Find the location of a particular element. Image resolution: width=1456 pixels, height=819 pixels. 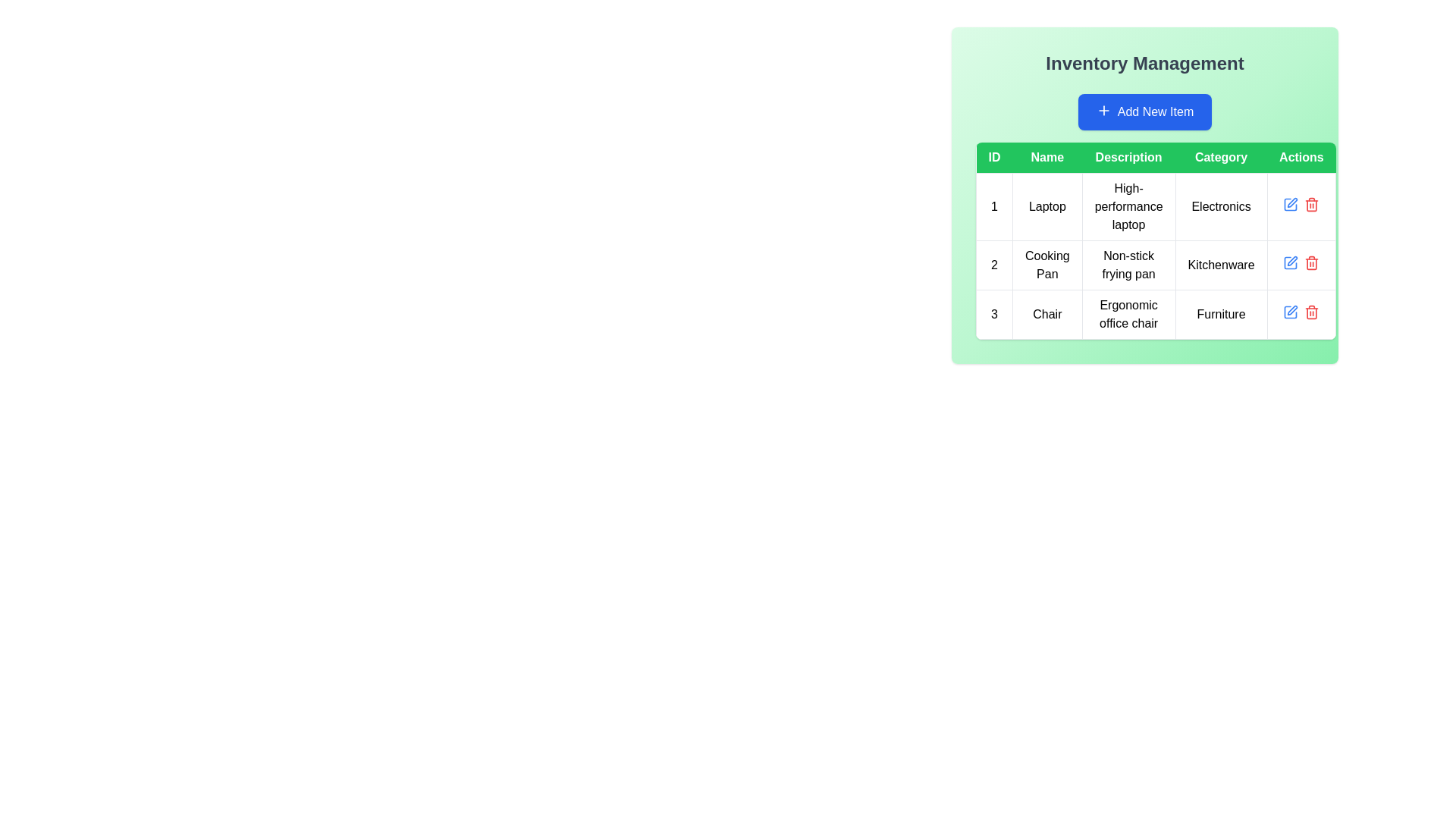

description text label located in the 'Description' column of the second row of the table, which describes the product 'Cooking Pan' is located at coordinates (1128, 265).